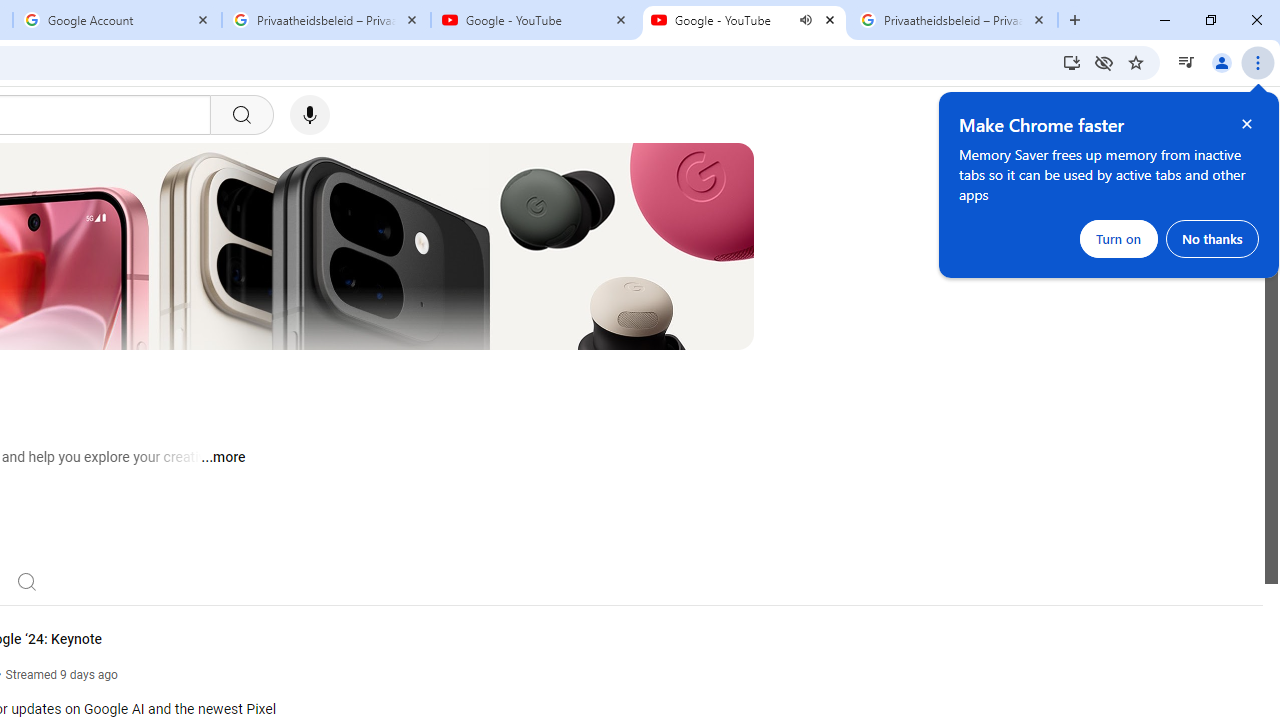  Describe the element at coordinates (1211, 238) in the screenshot. I see `'No thanks'` at that location.